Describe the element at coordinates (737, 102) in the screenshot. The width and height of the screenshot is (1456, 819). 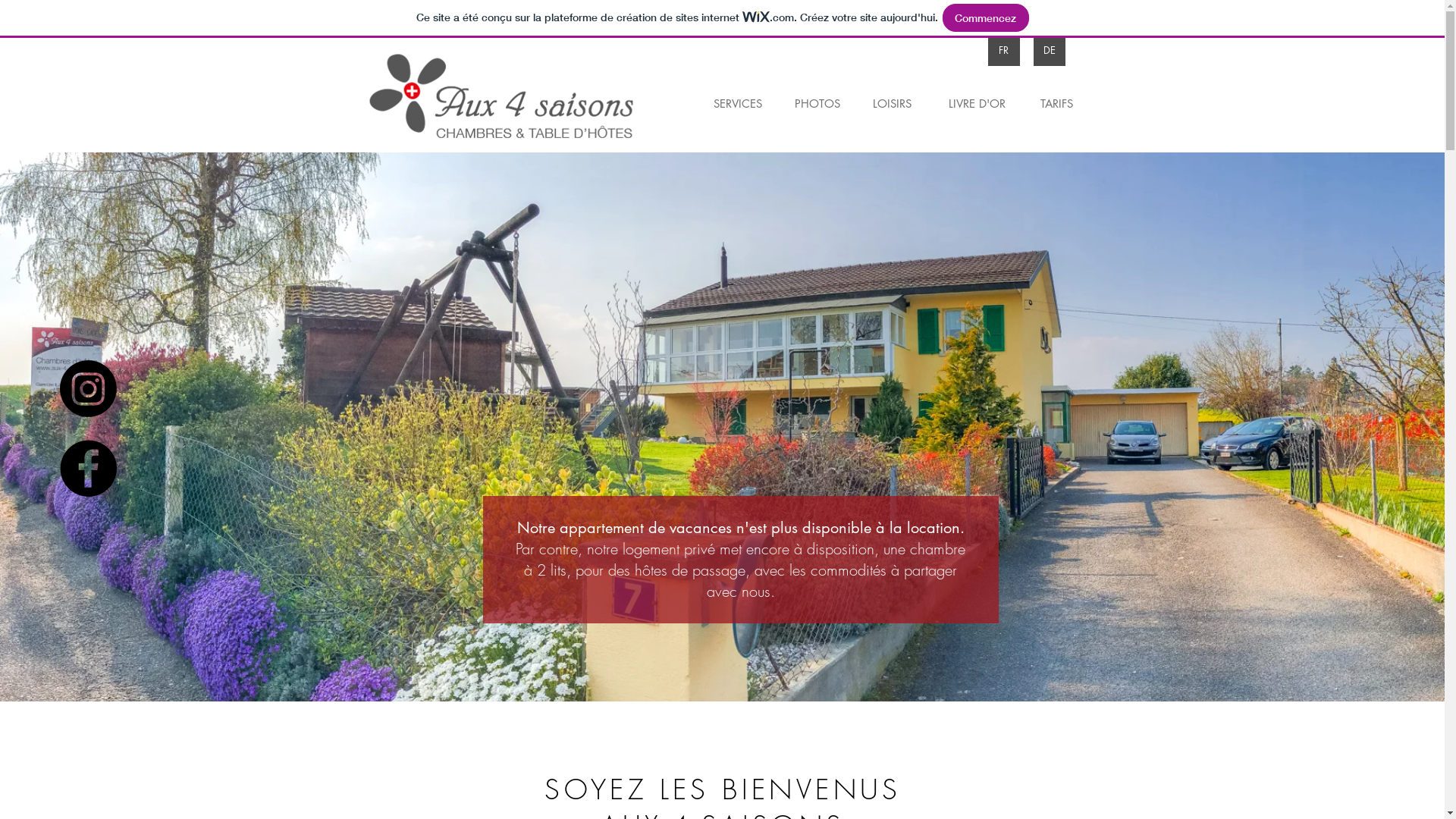
I see `'SERVICES'` at that location.